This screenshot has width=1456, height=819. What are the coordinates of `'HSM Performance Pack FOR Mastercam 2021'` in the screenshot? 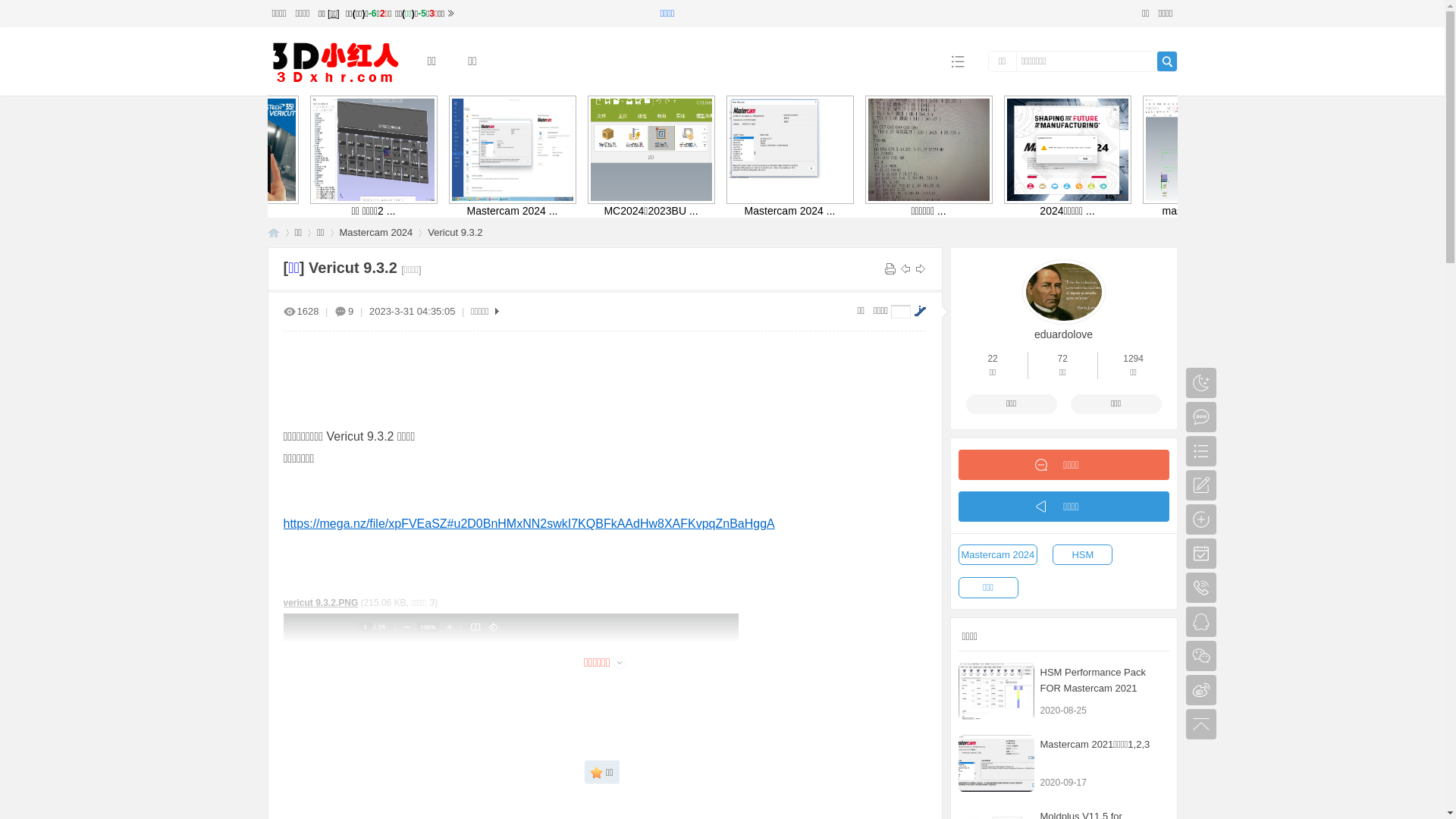 It's located at (996, 691).